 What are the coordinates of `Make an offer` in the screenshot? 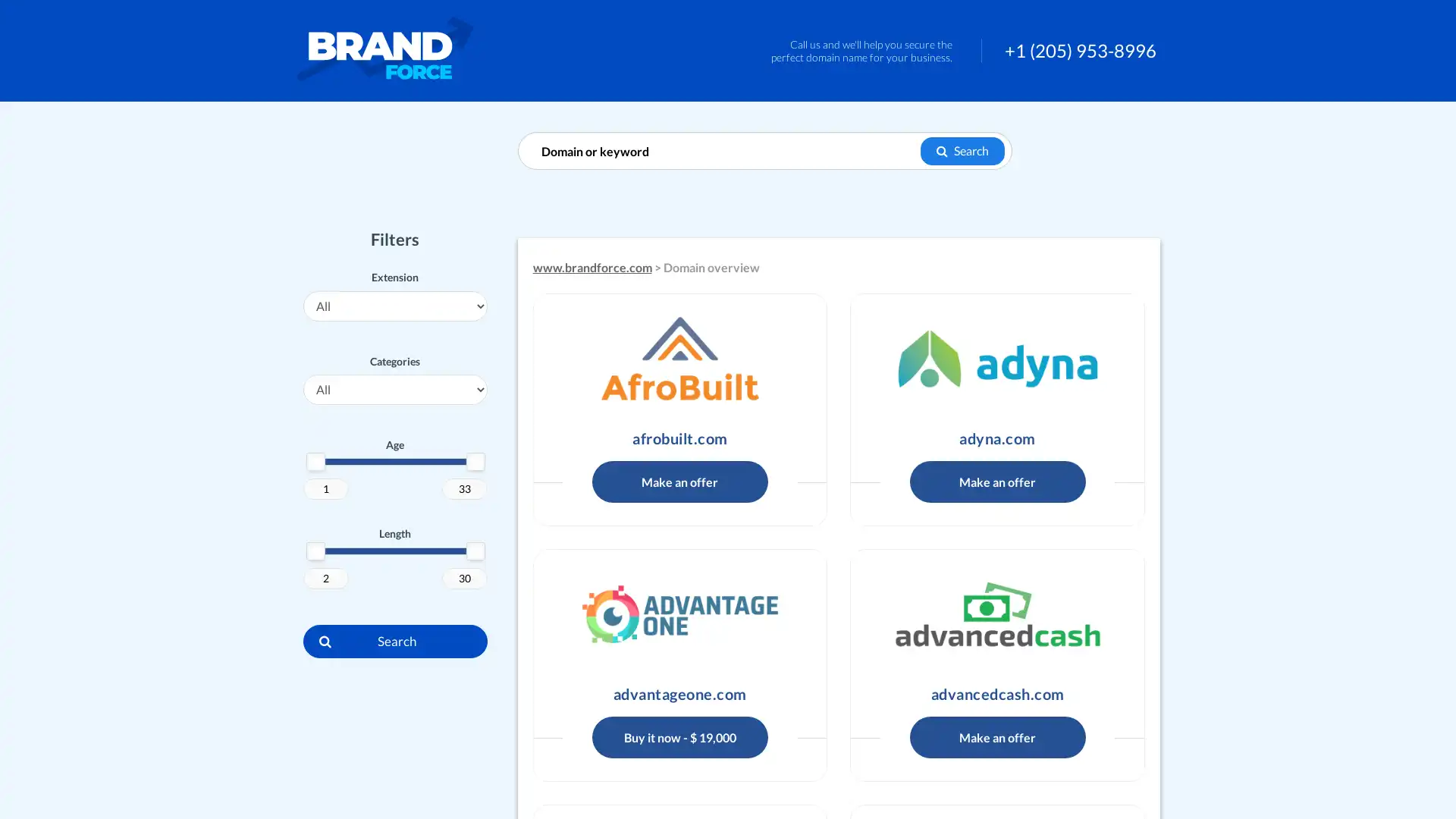 It's located at (997, 481).